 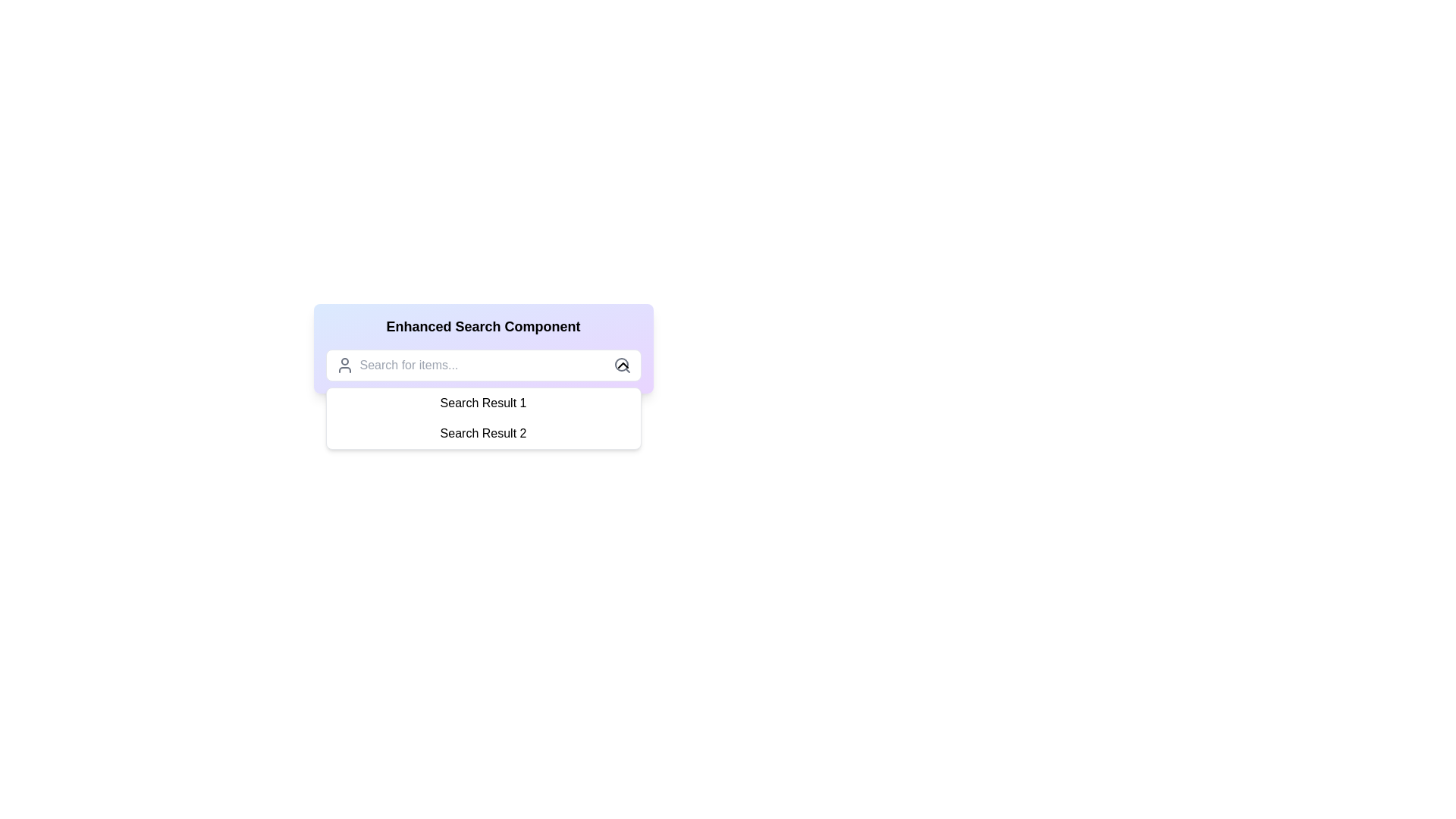 What do you see at coordinates (482, 433) in the screenshot?
I see `the text entry labeled 'Search Result 2' in the dropdown list to change its background color` at bounding box center [482, 433].